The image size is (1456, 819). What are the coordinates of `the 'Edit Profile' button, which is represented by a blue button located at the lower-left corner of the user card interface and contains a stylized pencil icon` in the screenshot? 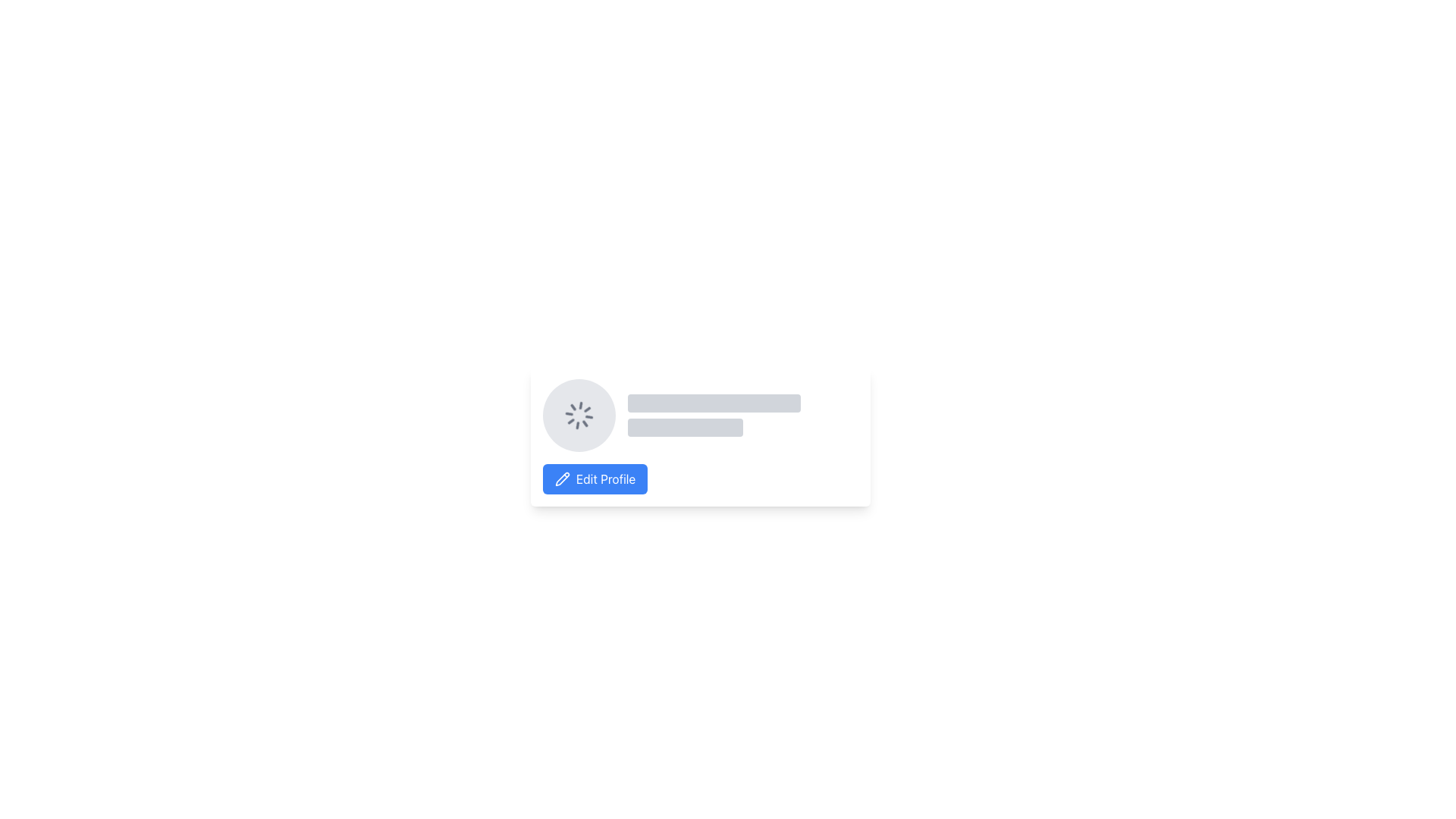 It's located at (562, 479).